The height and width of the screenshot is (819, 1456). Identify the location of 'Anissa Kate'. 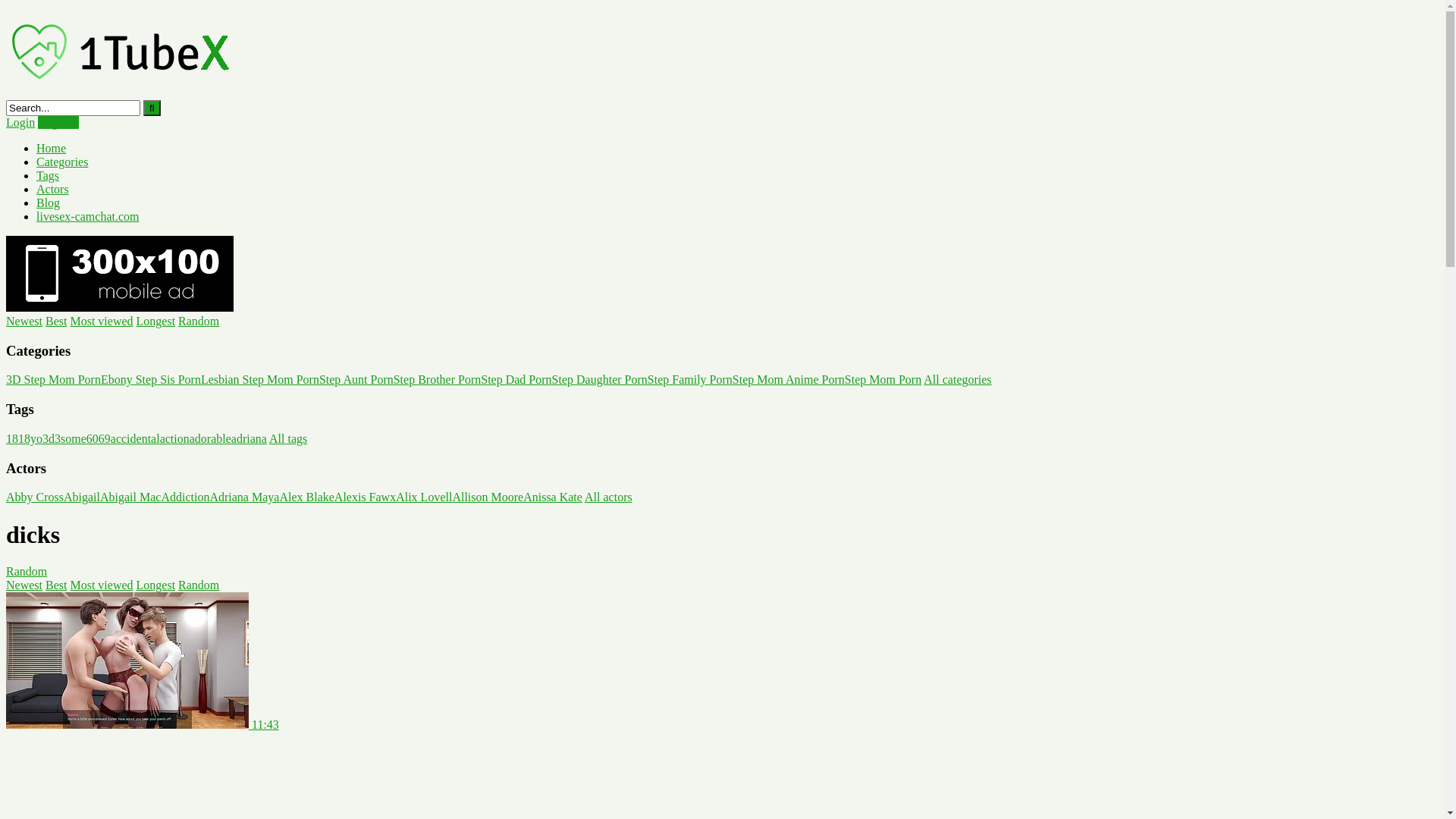
(552, 497).